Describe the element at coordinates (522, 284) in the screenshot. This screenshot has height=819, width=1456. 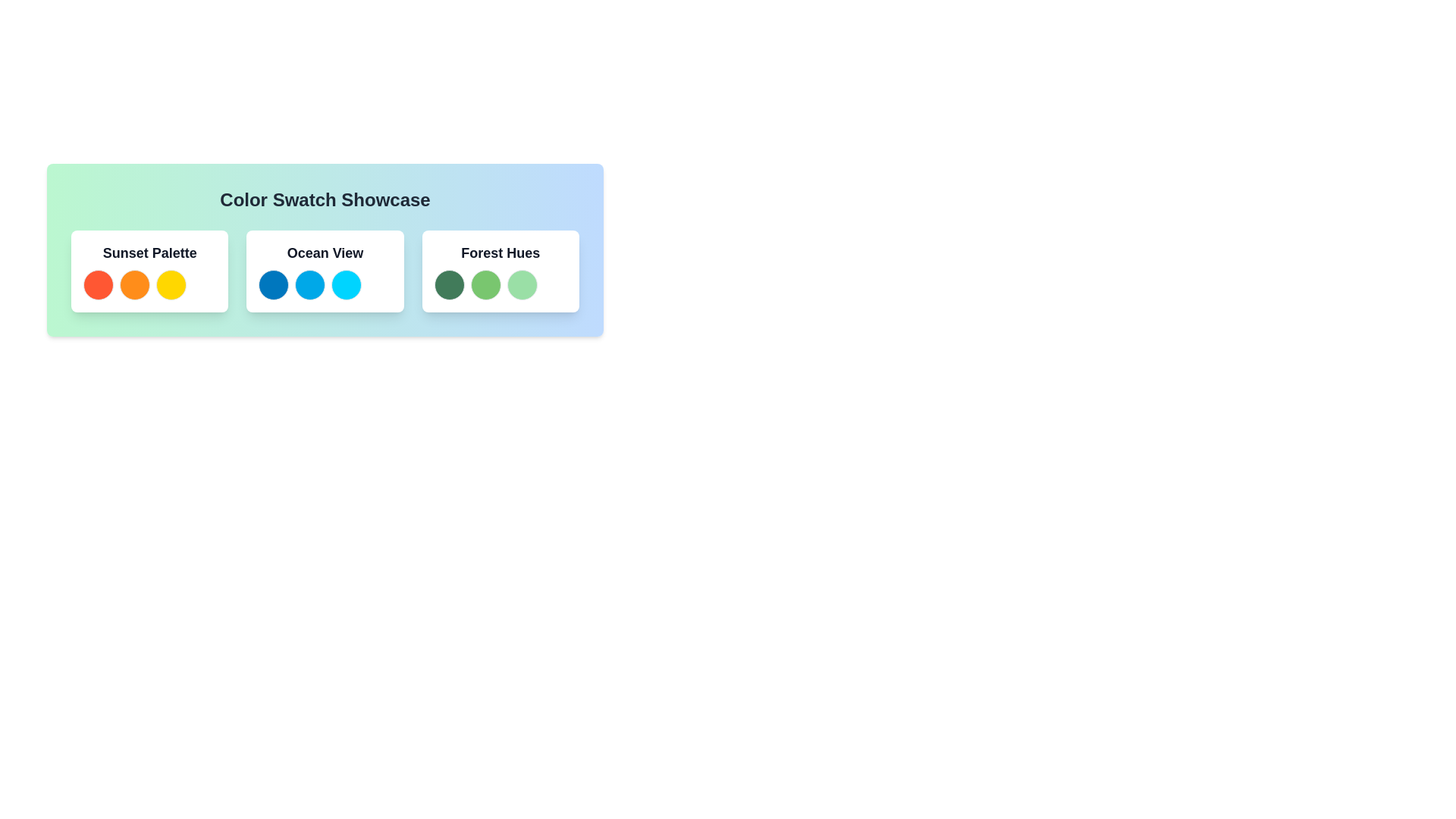
I see `the third circular color swatch in the 'Forest Hues' section of the color swatch interface` at that location.